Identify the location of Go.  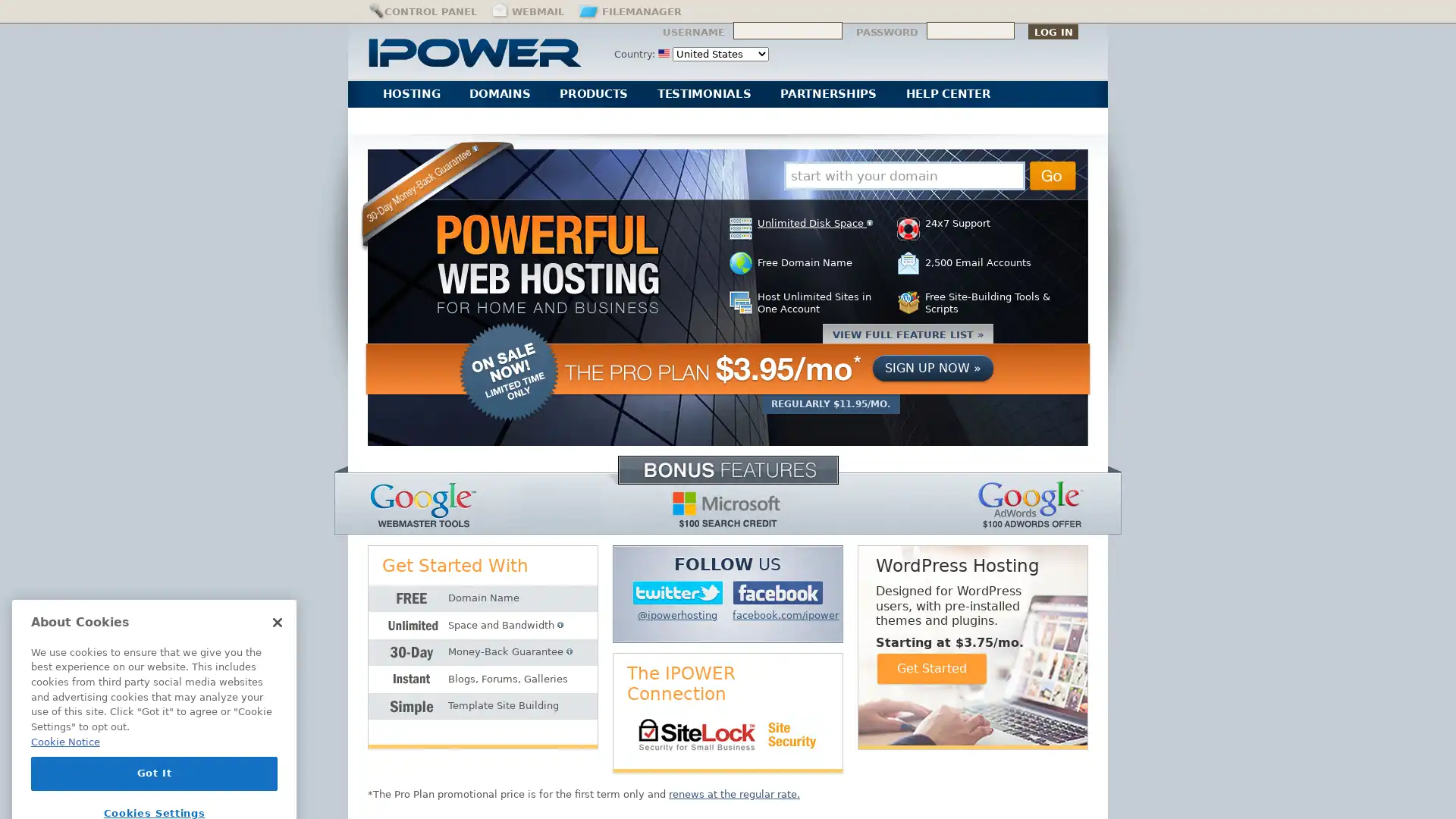
(1052, 174).